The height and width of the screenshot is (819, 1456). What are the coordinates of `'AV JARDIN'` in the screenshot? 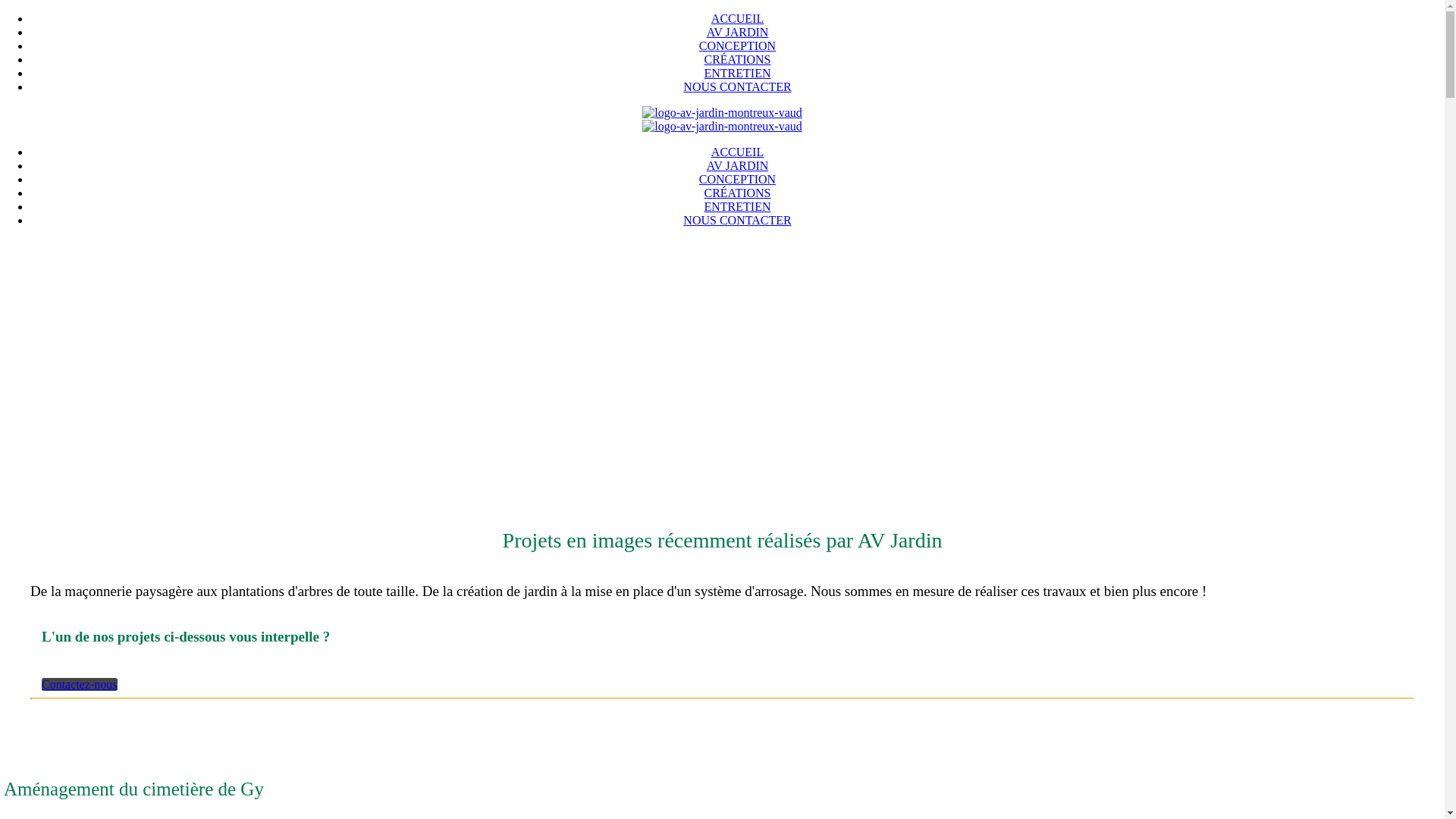 It's located at (738, 32).